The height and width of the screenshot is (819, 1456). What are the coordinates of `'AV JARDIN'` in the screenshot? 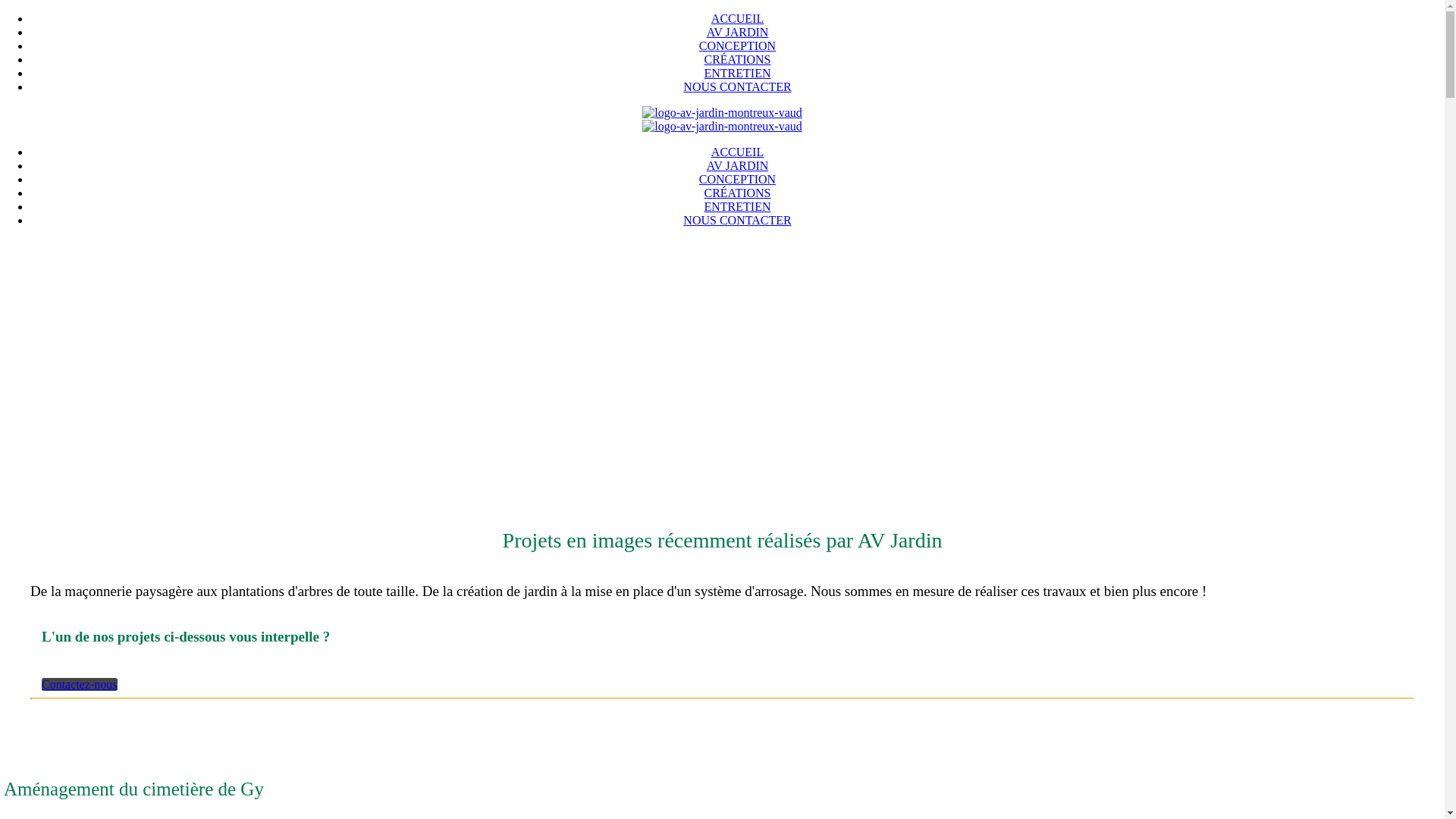 It's located at (738, 32).